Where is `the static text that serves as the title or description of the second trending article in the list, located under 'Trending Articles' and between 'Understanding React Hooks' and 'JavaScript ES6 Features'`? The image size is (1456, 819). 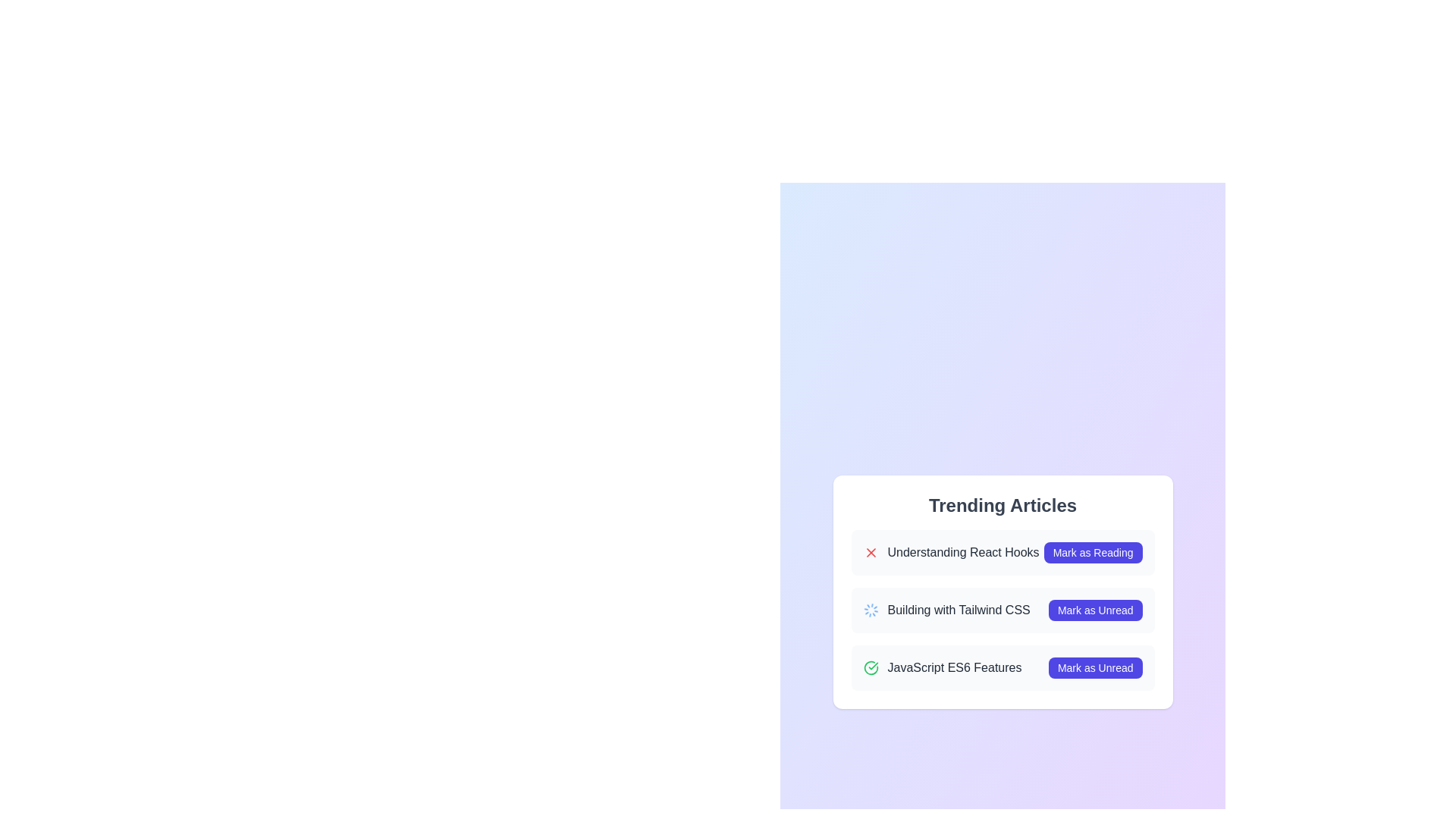 the static text that serves as the title or description of the second trending article in the list, located under 'Trending Articles' and between 'Understanding React Hooks' and 'JavaScript ES6 Features' is located at coordinates (958, 610).